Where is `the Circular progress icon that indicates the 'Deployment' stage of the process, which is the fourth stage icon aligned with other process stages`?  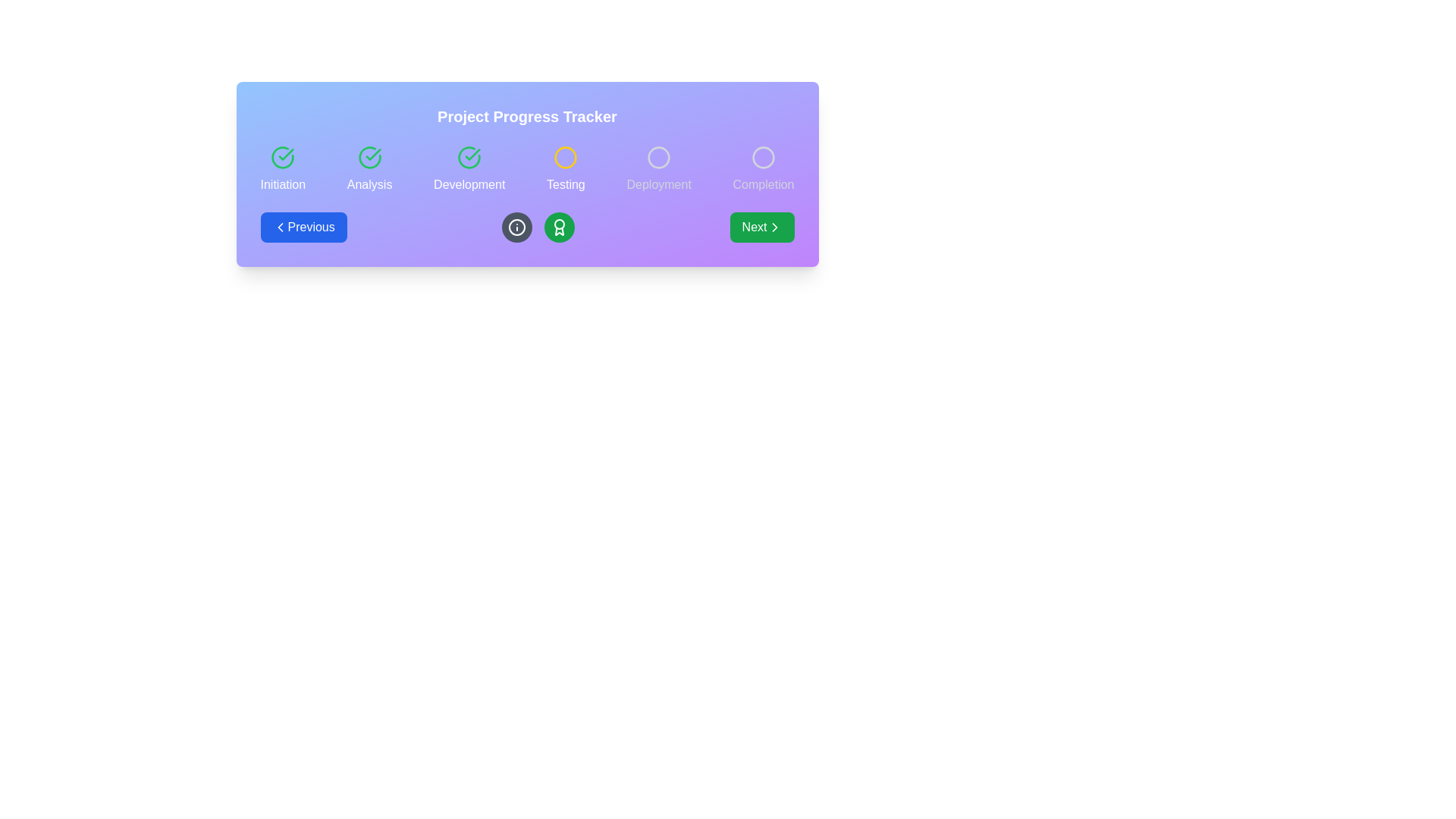
the Circular progress icon that indicates the 'Deployment' stage of the process, which is the fourth stage icon aligned with other process stages is located at coordinates (659, 158).